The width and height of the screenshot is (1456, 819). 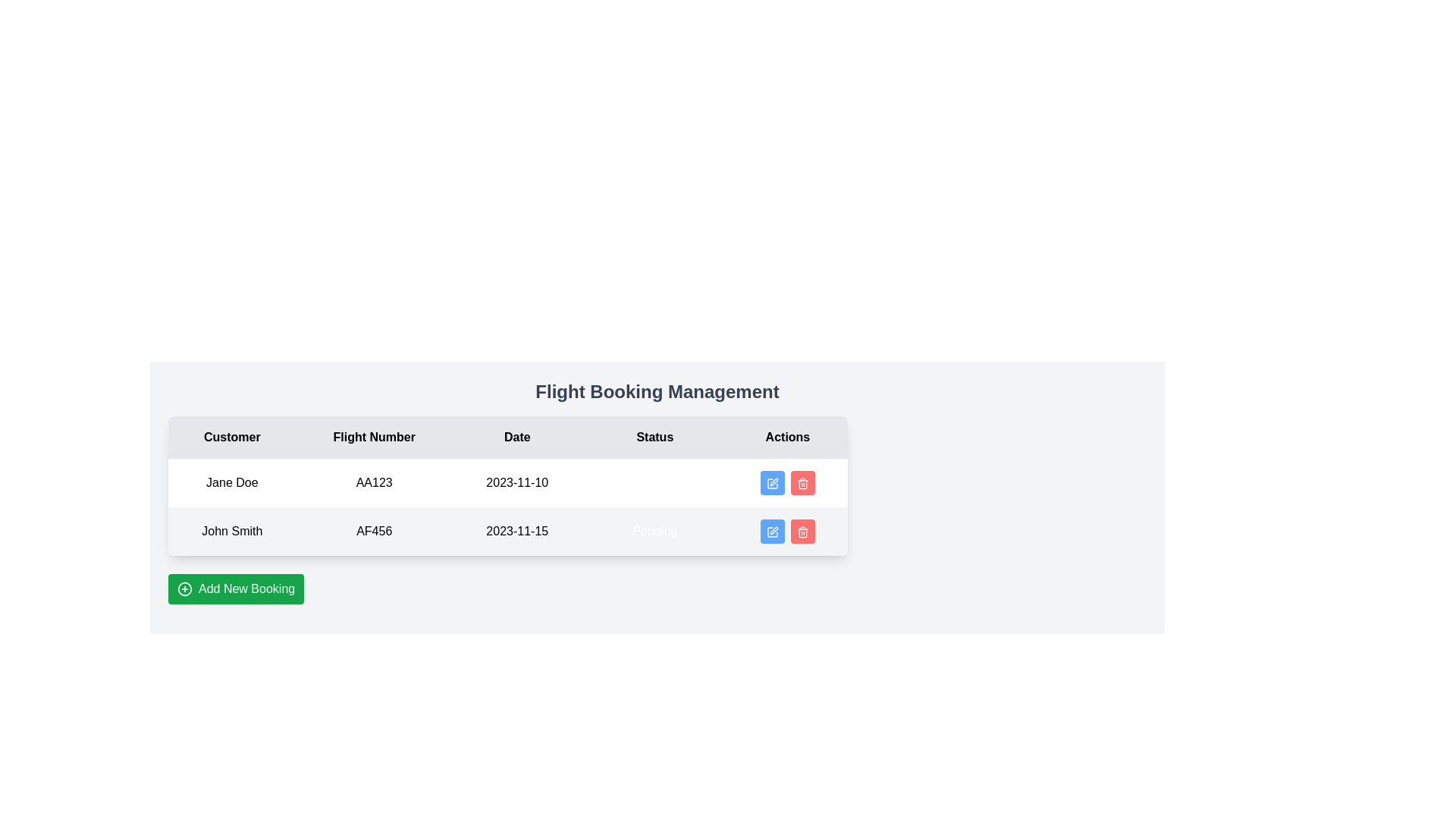 What do you see at coordinates (231, 531) in the screenshot?
I see `the text label 'John Smith' located in the first cell of the second row under the 'Customer' column in the data table` at bounding box center [231, 531].